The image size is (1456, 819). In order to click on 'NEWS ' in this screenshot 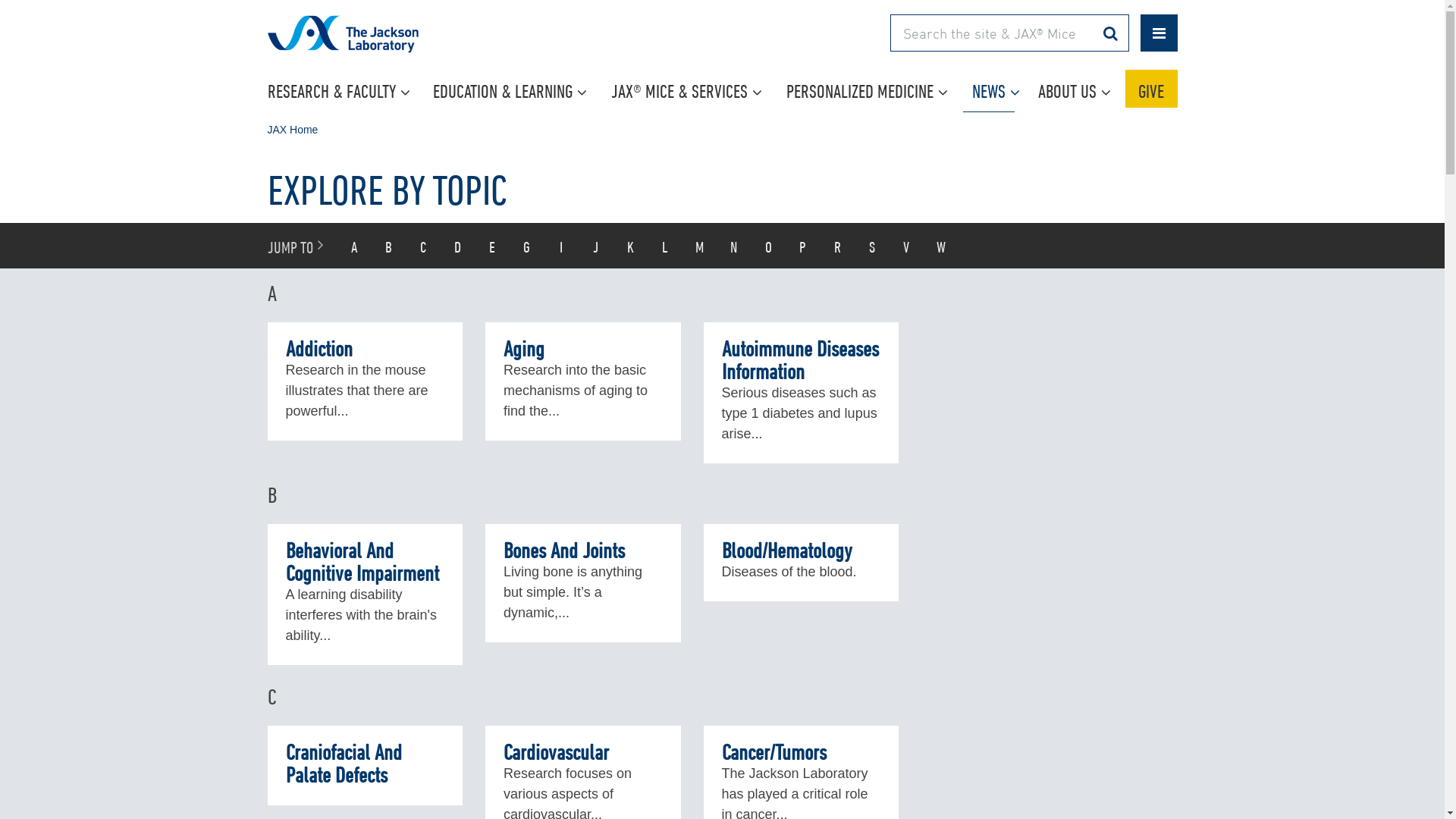, I will do `click(996, 88)`.